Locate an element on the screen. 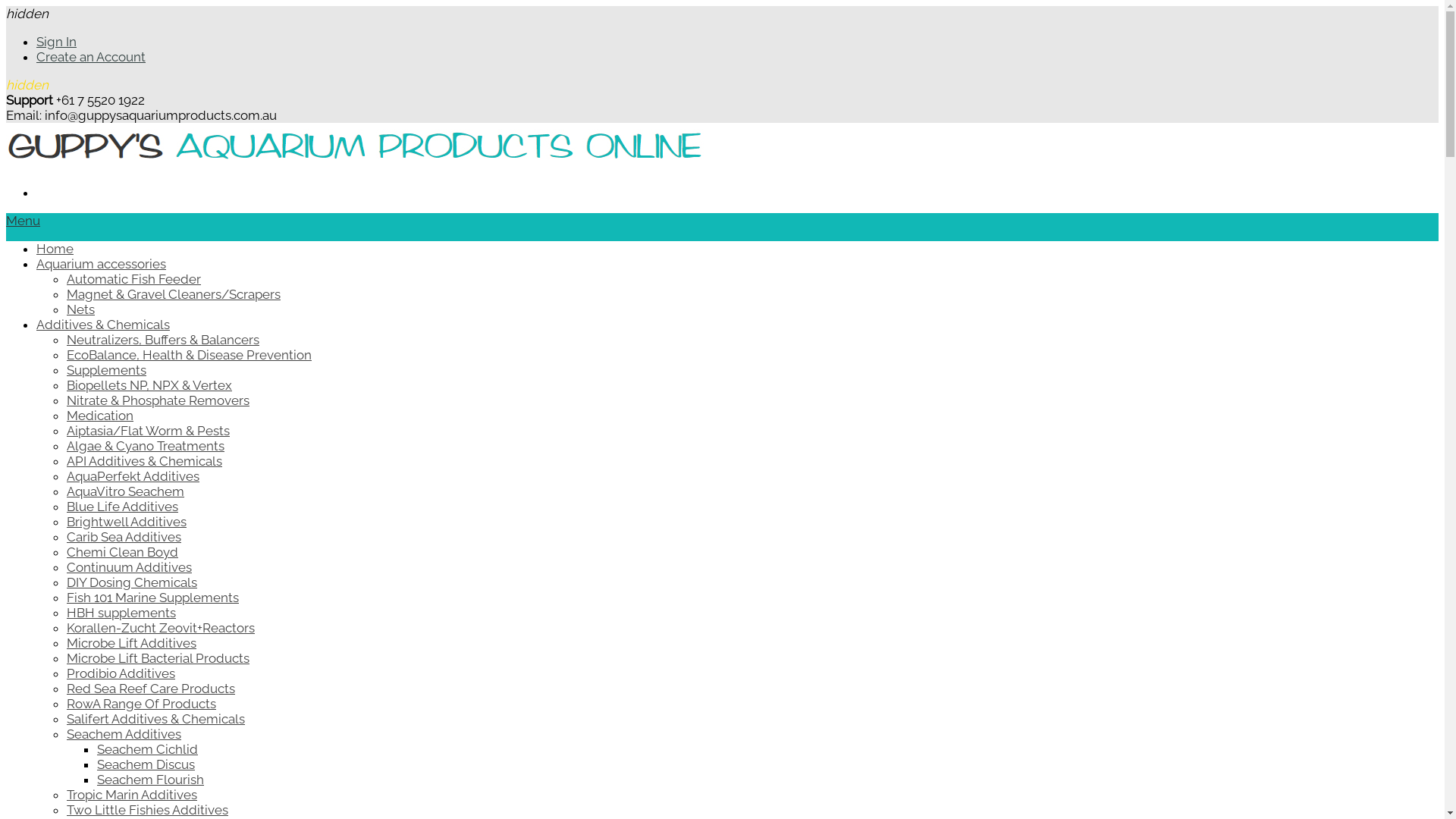  'Fish 101 Marine Supplements' is located at coordinates (152, 596).